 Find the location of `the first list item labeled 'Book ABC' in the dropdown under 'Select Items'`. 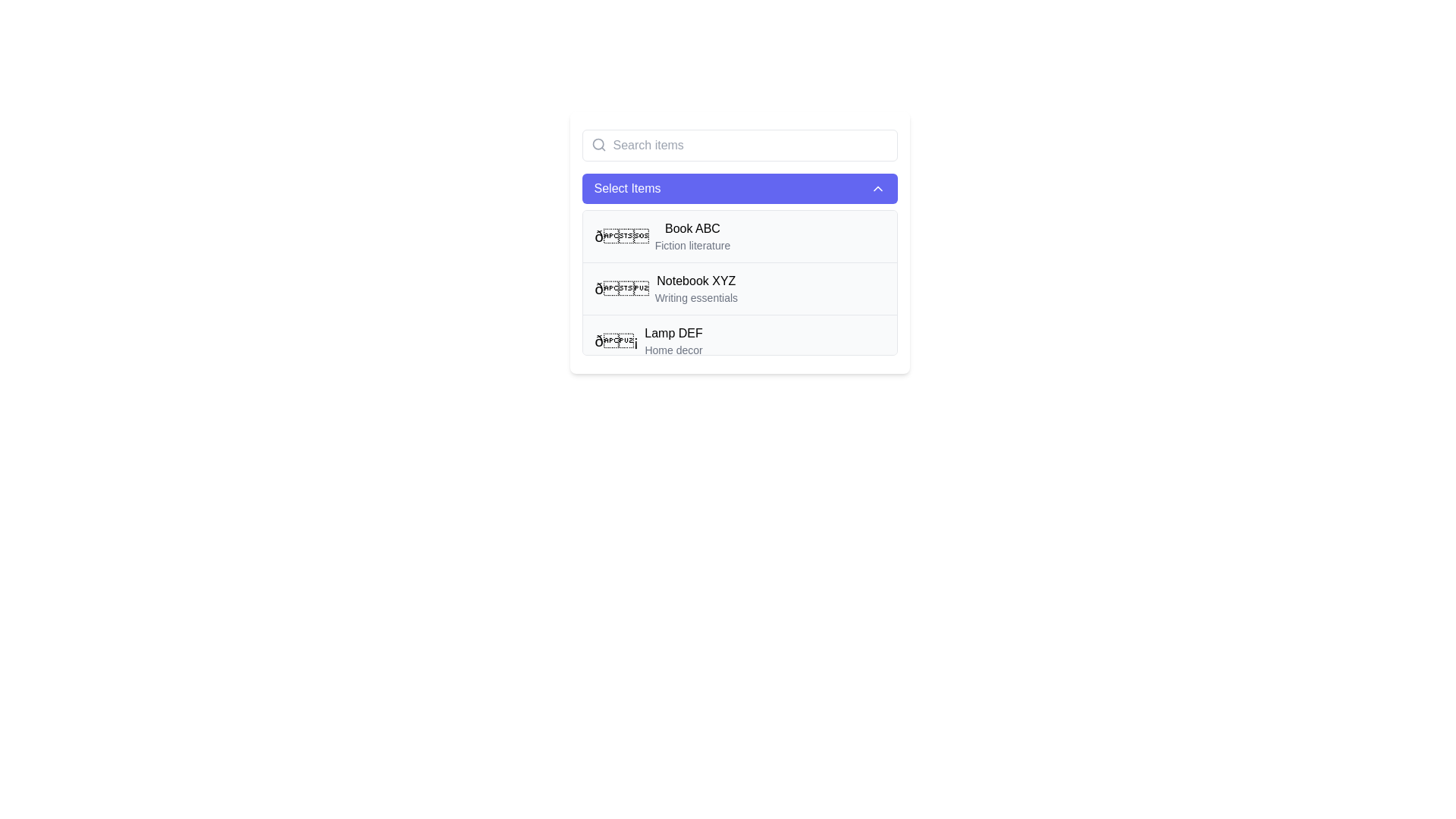

the first list item labeled 'Book ABC' in the dropdown under 'Select Items' is located at coordinates (739, 237).